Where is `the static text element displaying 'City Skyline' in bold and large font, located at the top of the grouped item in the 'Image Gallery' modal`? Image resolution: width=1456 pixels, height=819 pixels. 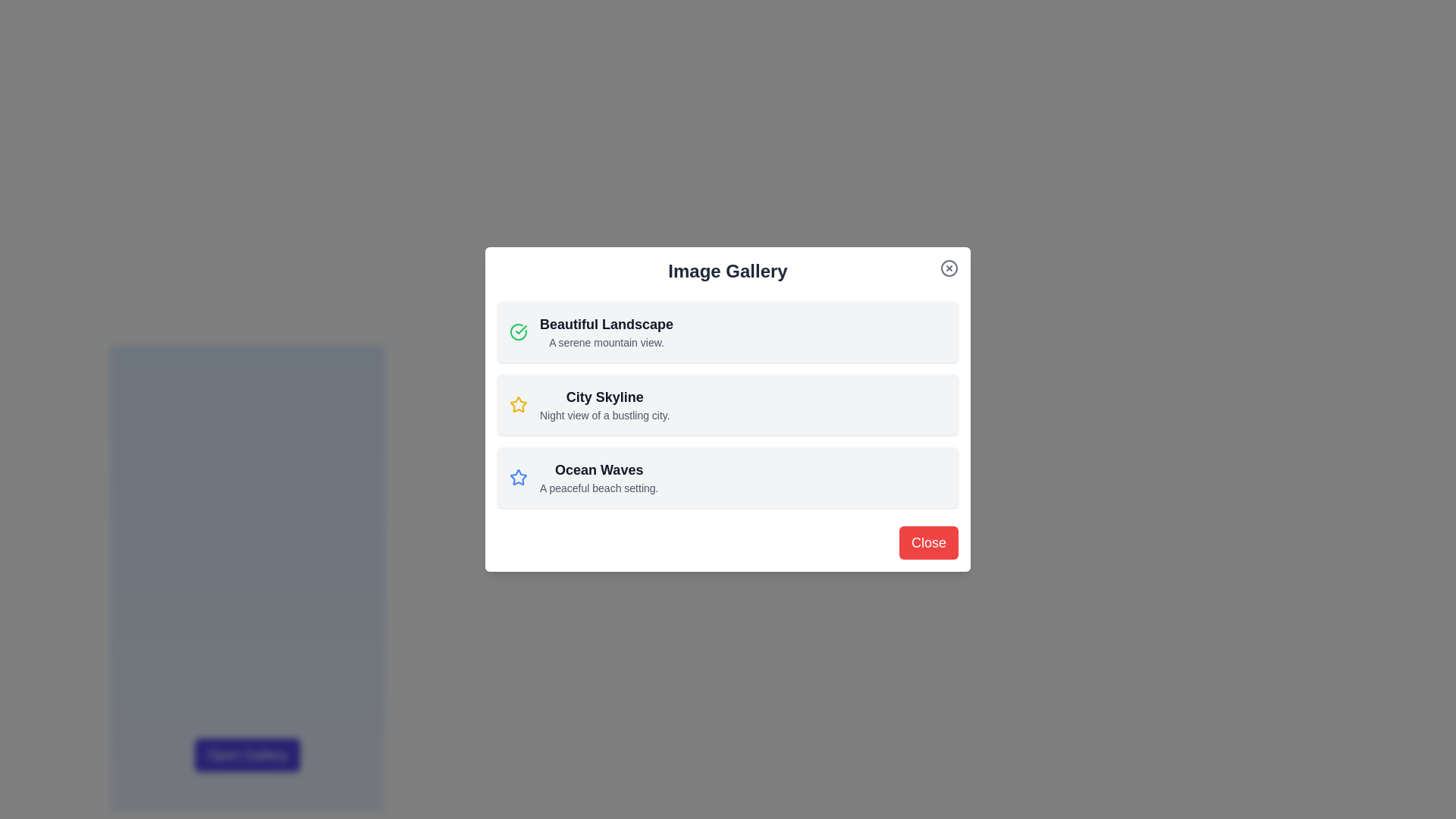 the static text element displaying 'City Skyline' in bold and large font, located at the top of the grouped item in the 'Image Gallery' modal is located at coordinates (604, 397).